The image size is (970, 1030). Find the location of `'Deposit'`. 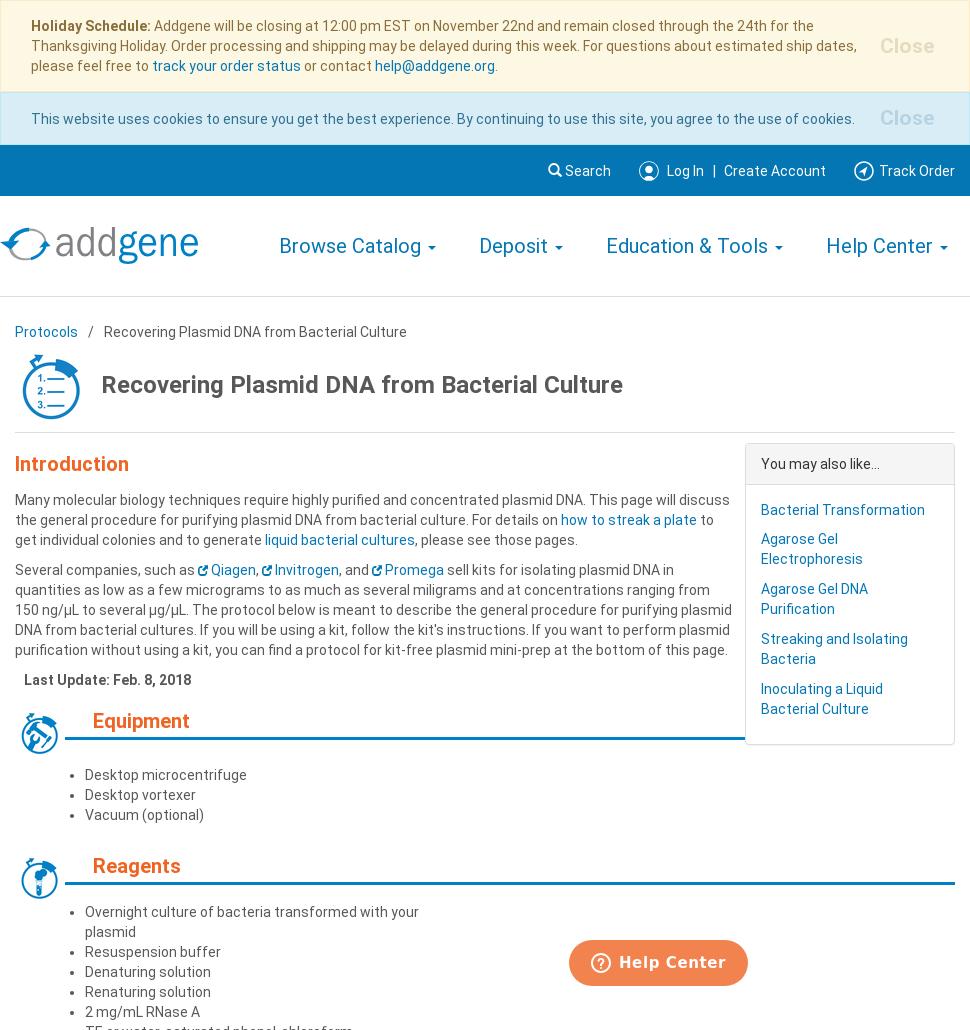

'Deposit' is located at coordinates (516, 245).